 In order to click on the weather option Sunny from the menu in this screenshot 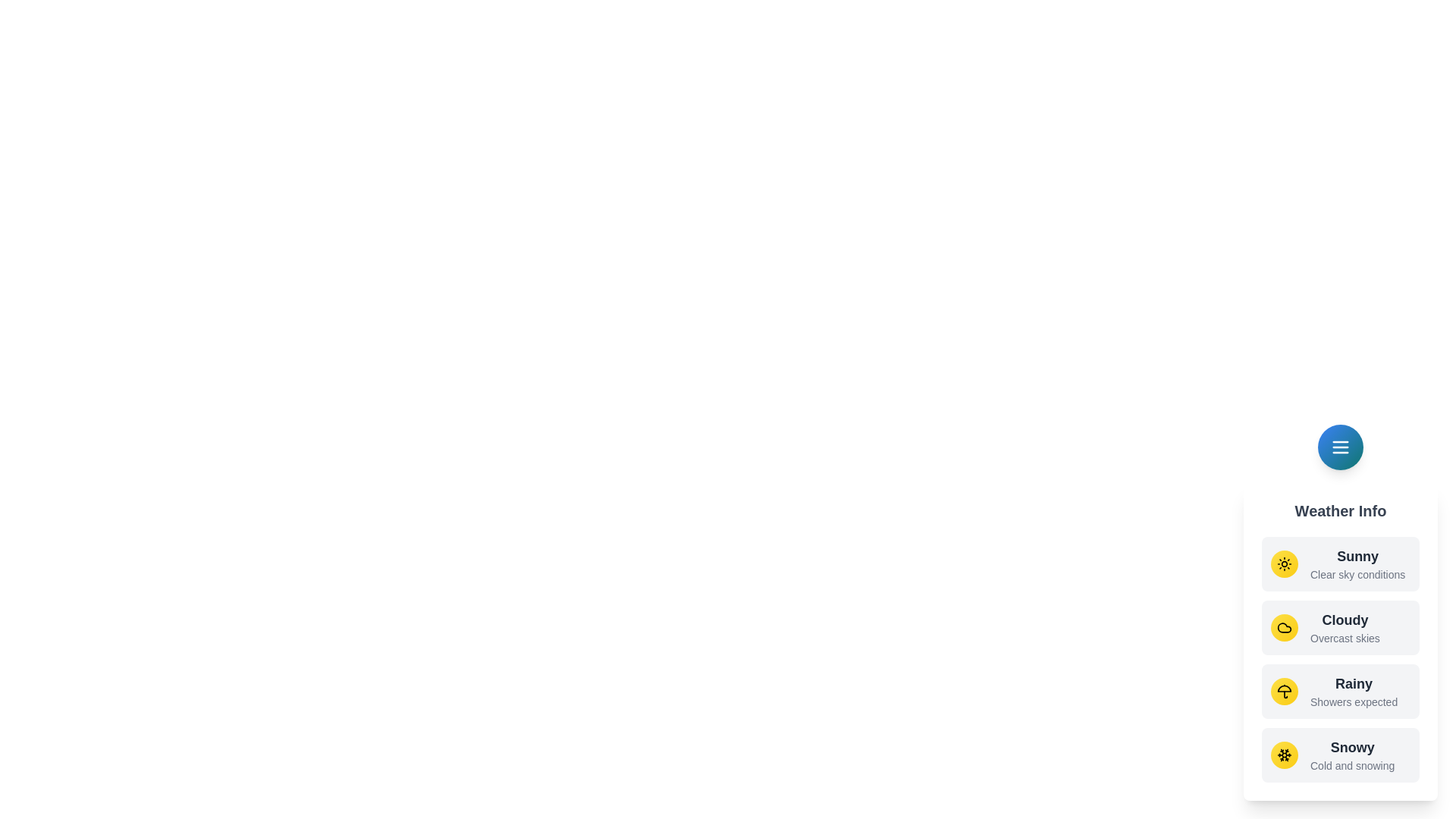, I will do `click(1340, 564)`.